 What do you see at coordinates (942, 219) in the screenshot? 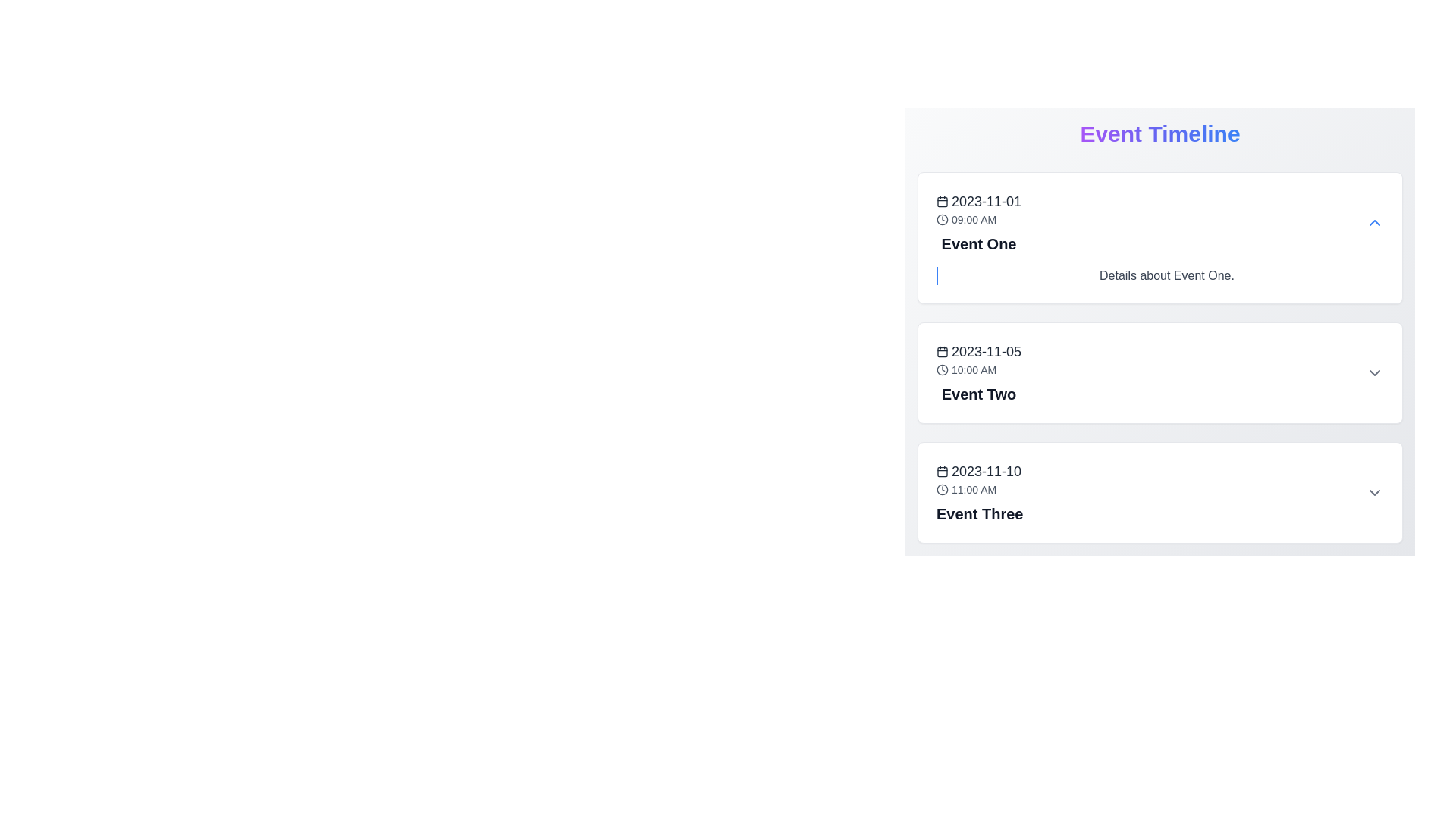
I see `the clock icon located to the left of the '09:00 AM' time display, which is styled with a thin gray outline and clock hands` at bounding box center [942, 219].